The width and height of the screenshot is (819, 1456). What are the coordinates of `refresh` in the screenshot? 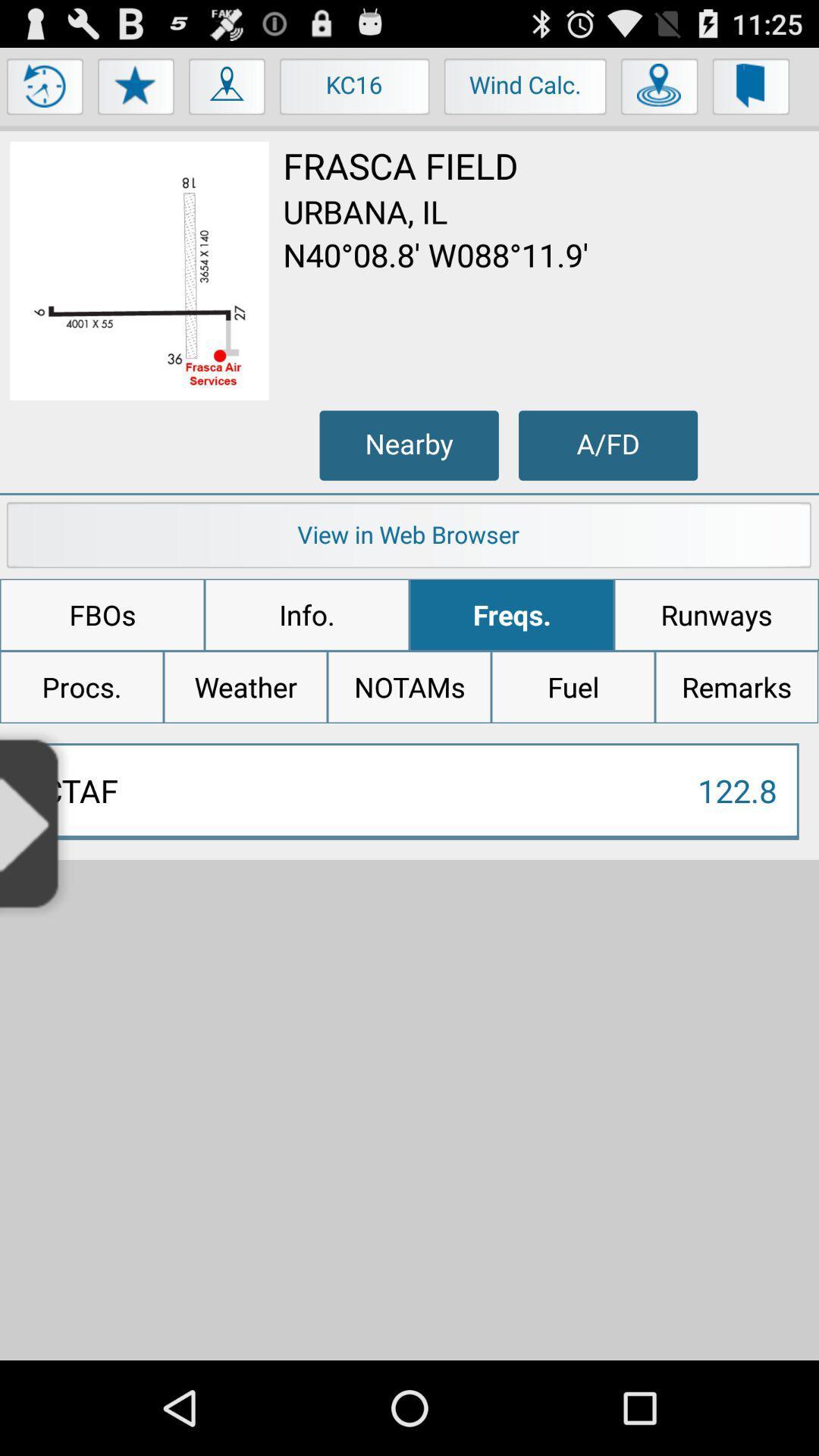 It's located at (45, 89).